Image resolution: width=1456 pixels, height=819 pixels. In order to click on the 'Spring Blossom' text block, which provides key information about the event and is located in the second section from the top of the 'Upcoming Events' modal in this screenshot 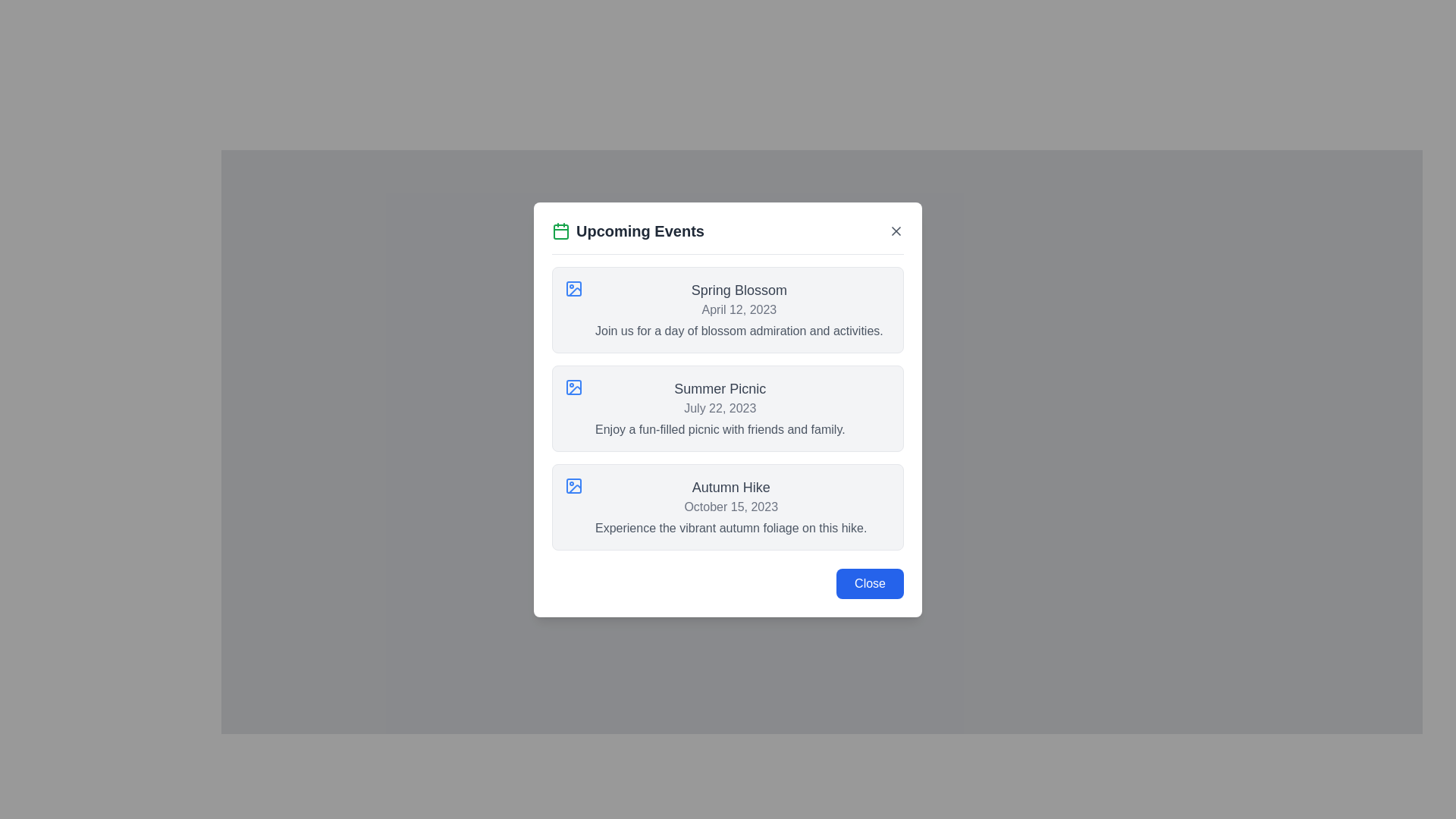, I will do `click(739, 309)`.